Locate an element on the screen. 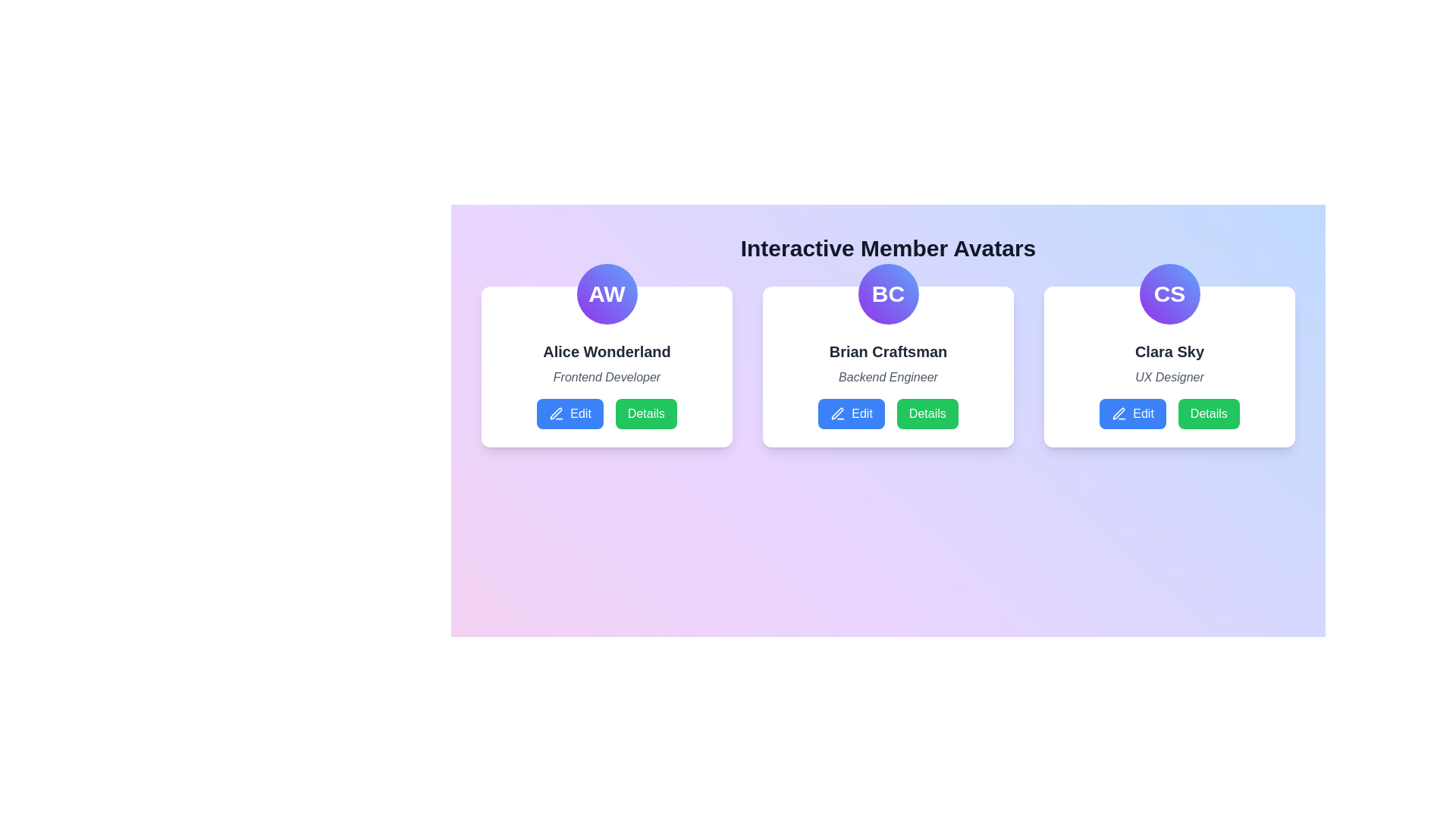 The image size is (1456, 819). the first button on the left within the user profile card to initiate an edit action is located at coordinates (570, 414).